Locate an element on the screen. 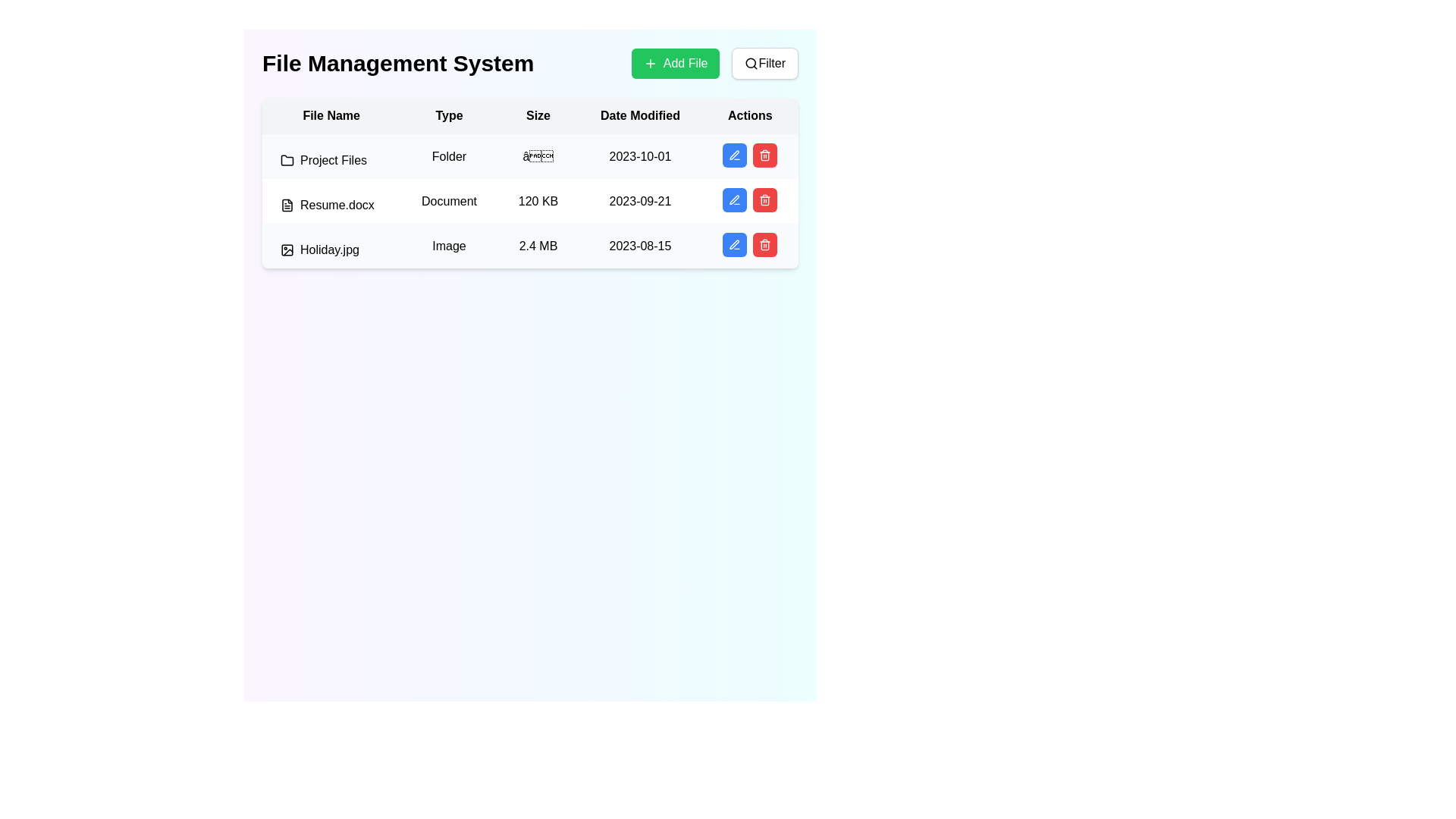  the file entry labeled 'Resume.docx' in the second row of the file listing table under the 'File Name' column is located at coordinates (331, 205).